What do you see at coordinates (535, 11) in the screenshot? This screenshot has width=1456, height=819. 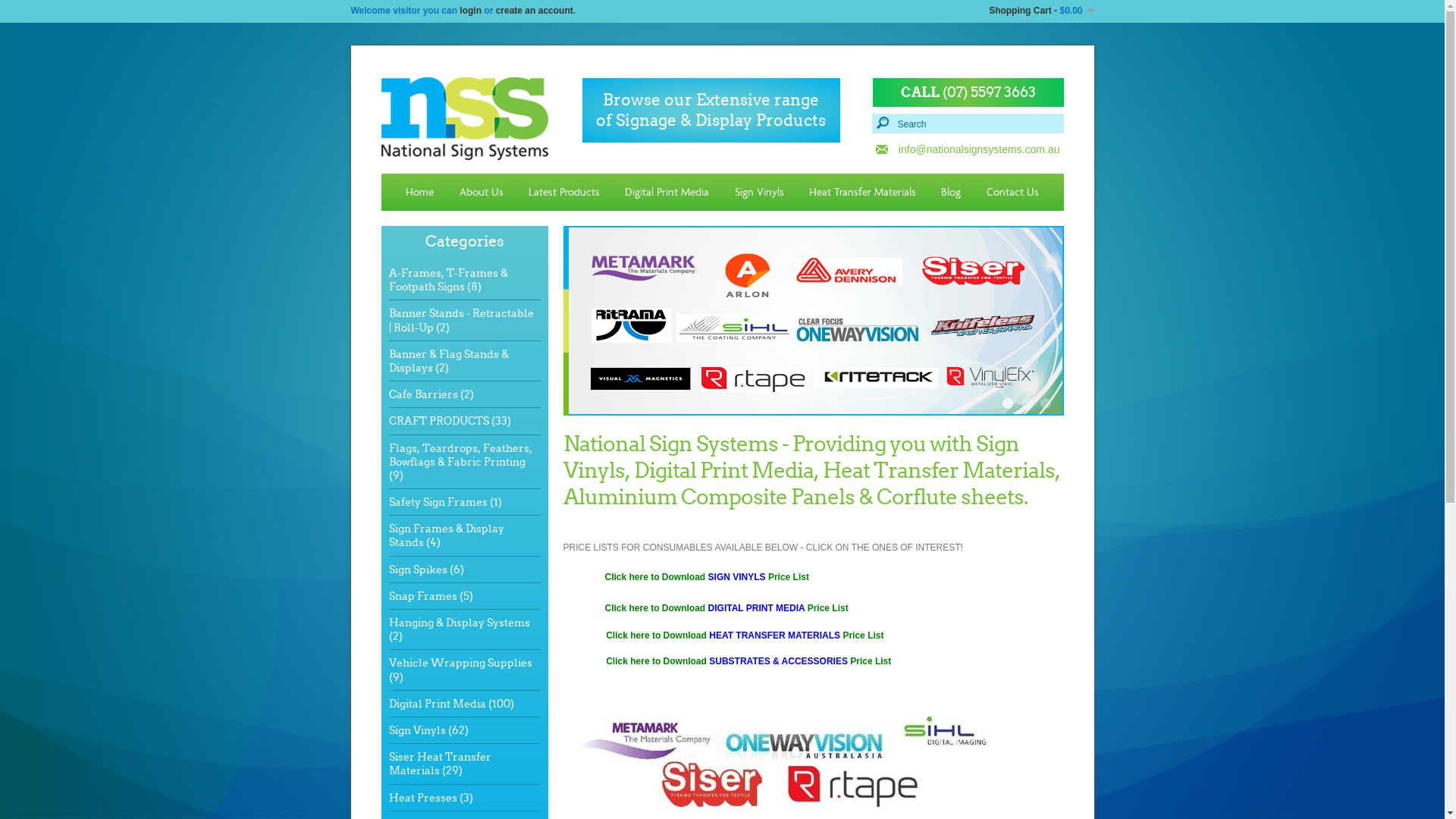 I see `'create an account'` at bounding box center [535, 11].